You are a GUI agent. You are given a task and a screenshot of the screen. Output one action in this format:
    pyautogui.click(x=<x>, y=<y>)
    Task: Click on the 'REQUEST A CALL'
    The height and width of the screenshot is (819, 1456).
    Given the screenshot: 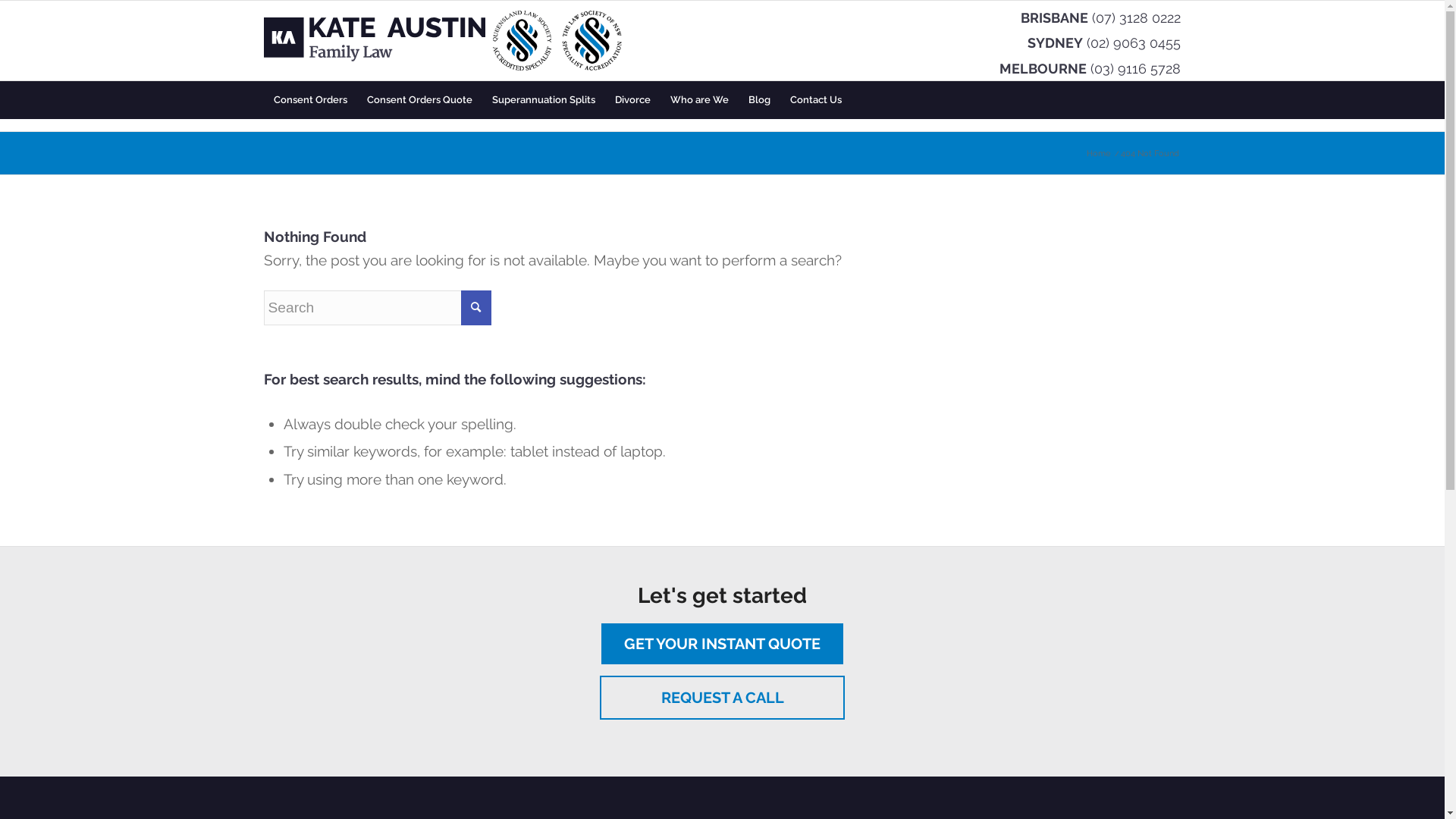 What is the action you would take?
    pyautogui.click(x=599, y=698)
    